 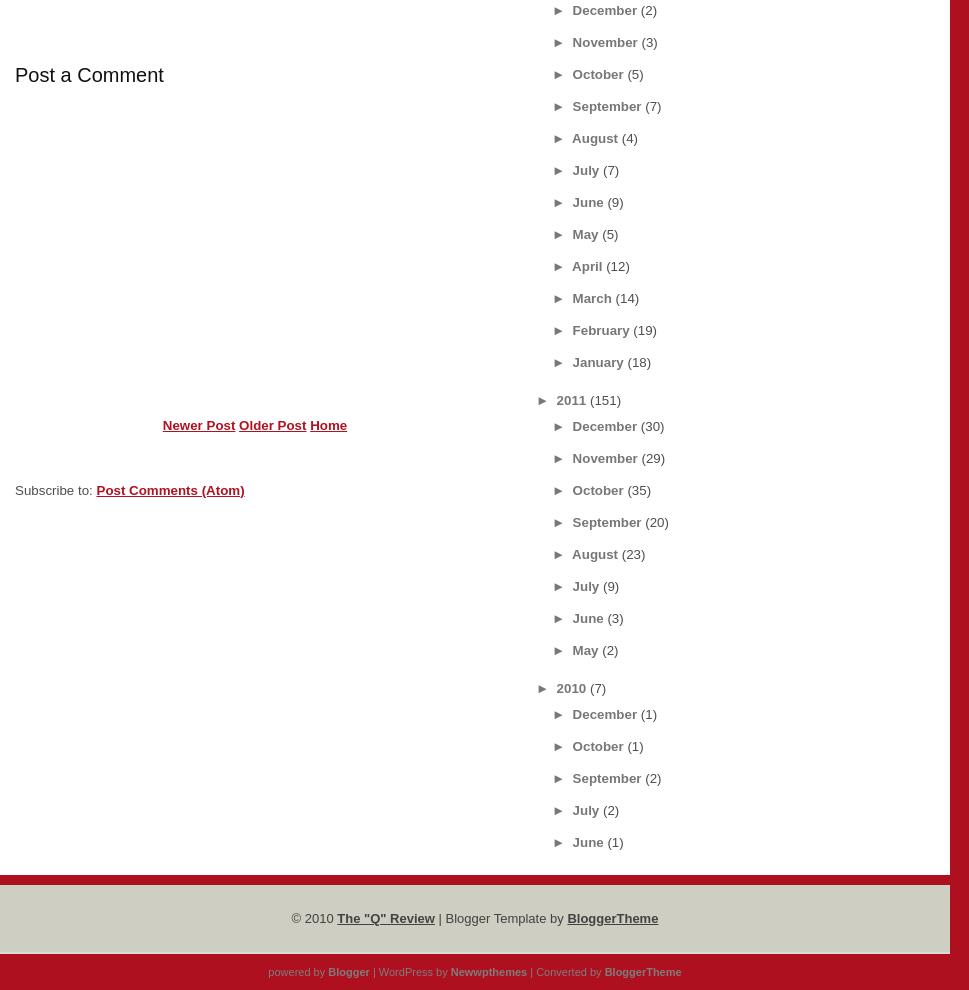 I want to click on '| WordPress by', so click(x=408, y=971).